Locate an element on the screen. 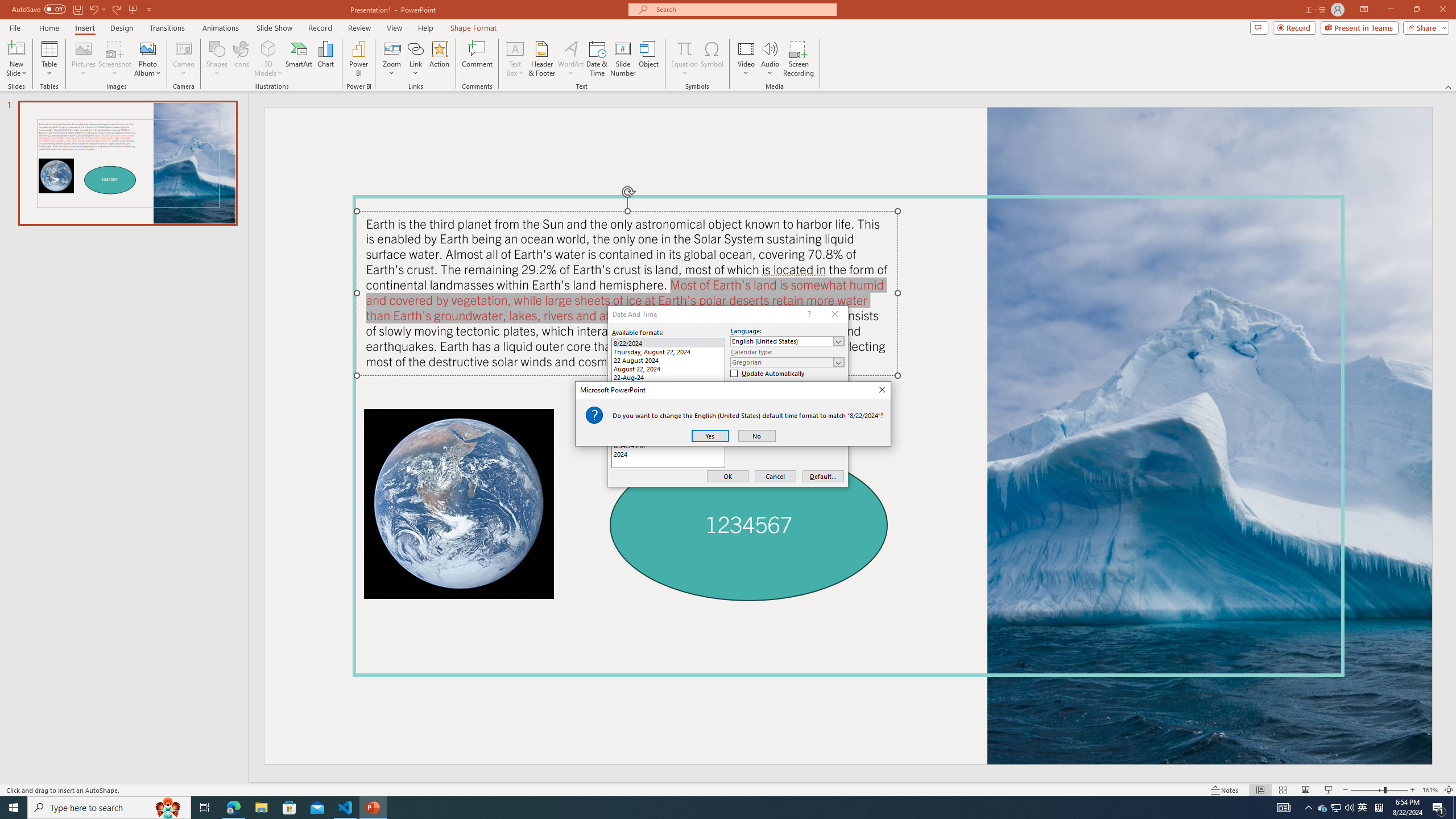  'Customize Quick Access Toolbar' is located at coordinates (148, 9).